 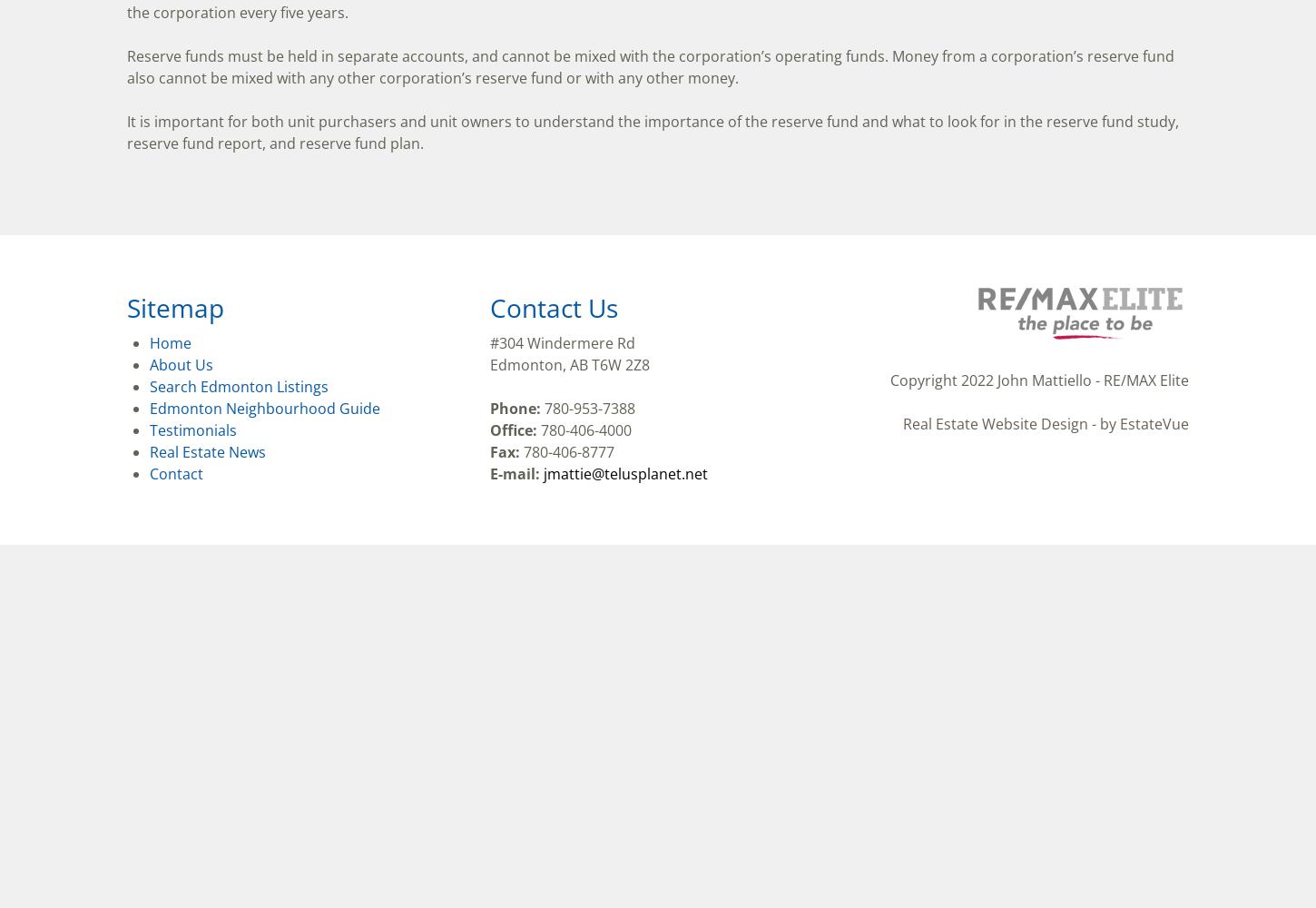 I want to click on 'E-mail:', so click(x=515, y=474).